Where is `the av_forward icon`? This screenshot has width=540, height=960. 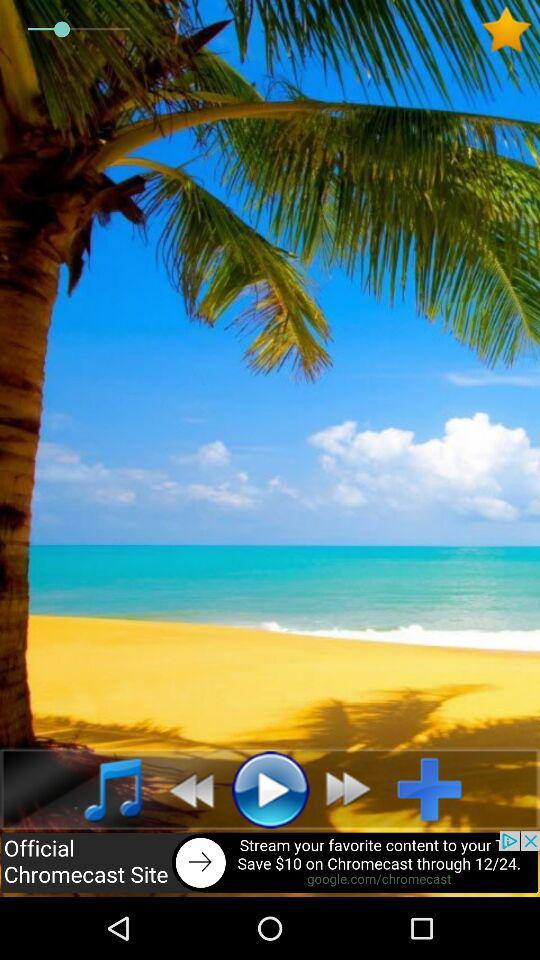 the av_forward icon is located at coordinates (353, 789).